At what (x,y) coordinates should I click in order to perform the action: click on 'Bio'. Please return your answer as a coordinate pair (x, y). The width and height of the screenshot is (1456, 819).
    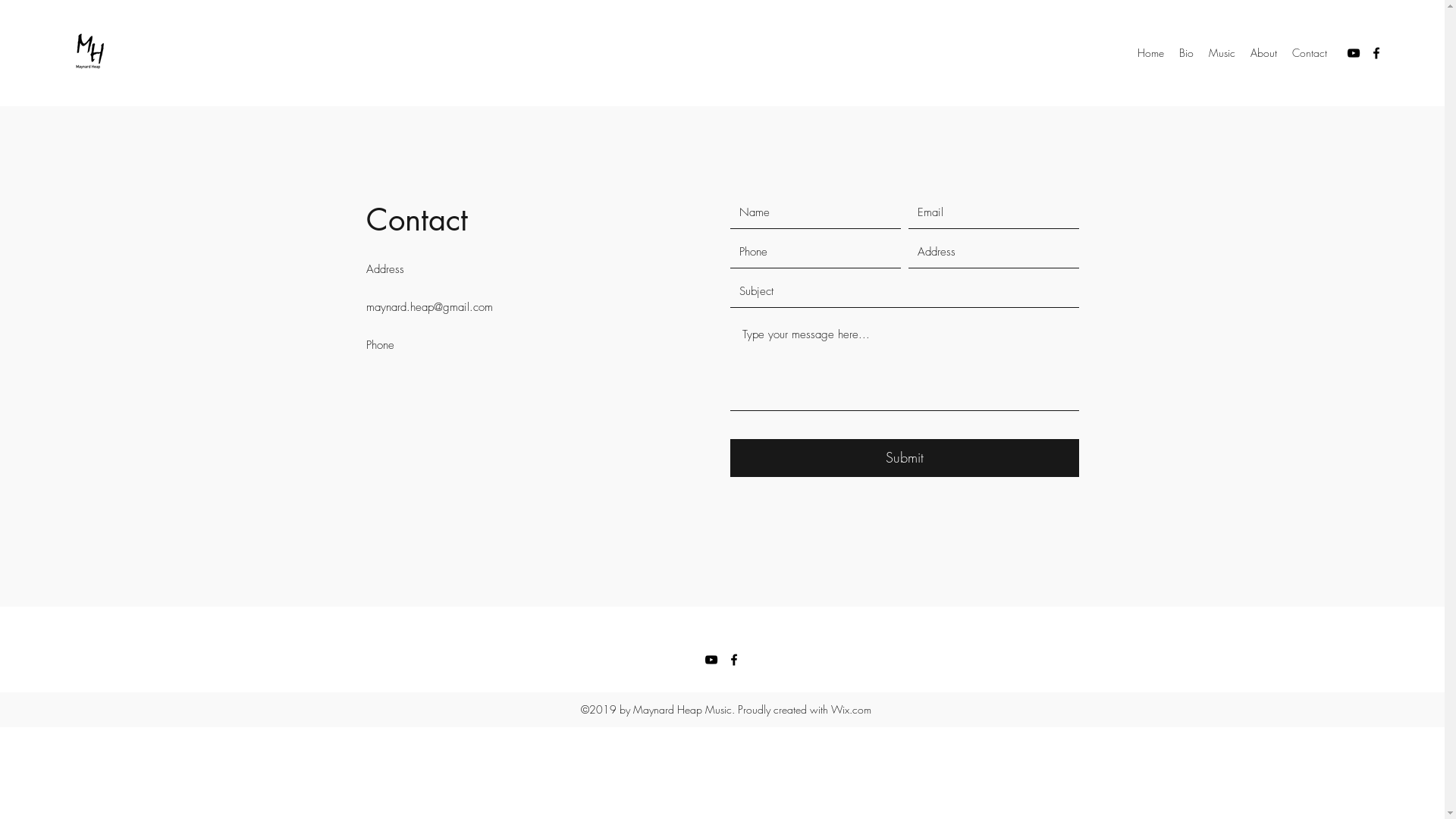
    Looking at the image, I should click on (1185, 52).